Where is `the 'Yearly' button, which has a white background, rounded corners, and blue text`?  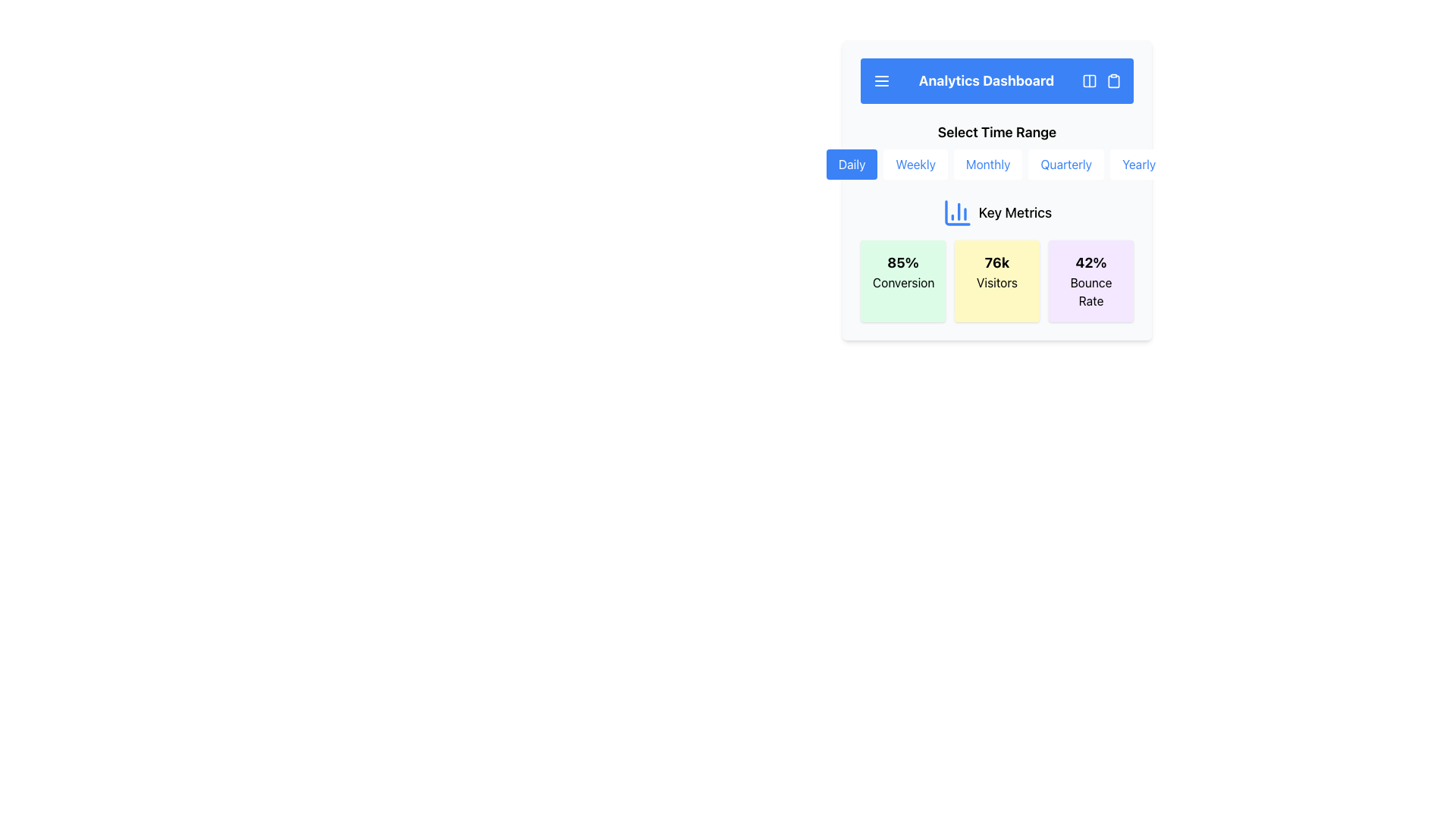 the 'Yearly' button, which has a white background, rounded corners, and blue text is located at coordinates (1139, 164).